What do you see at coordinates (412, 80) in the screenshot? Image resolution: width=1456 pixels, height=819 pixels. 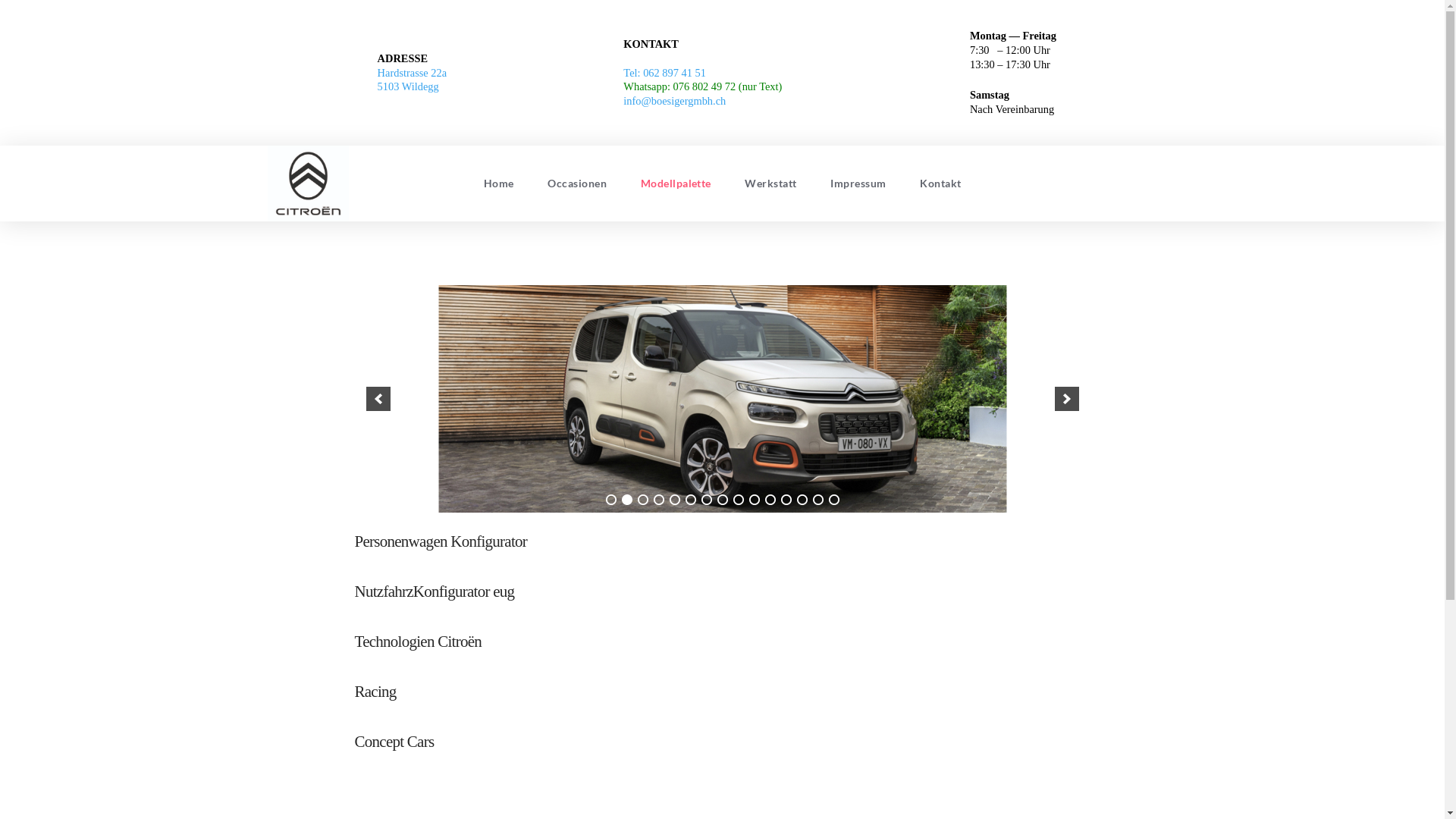 I see `'Hardstrasse 22a` at bounding box center [412, 80].